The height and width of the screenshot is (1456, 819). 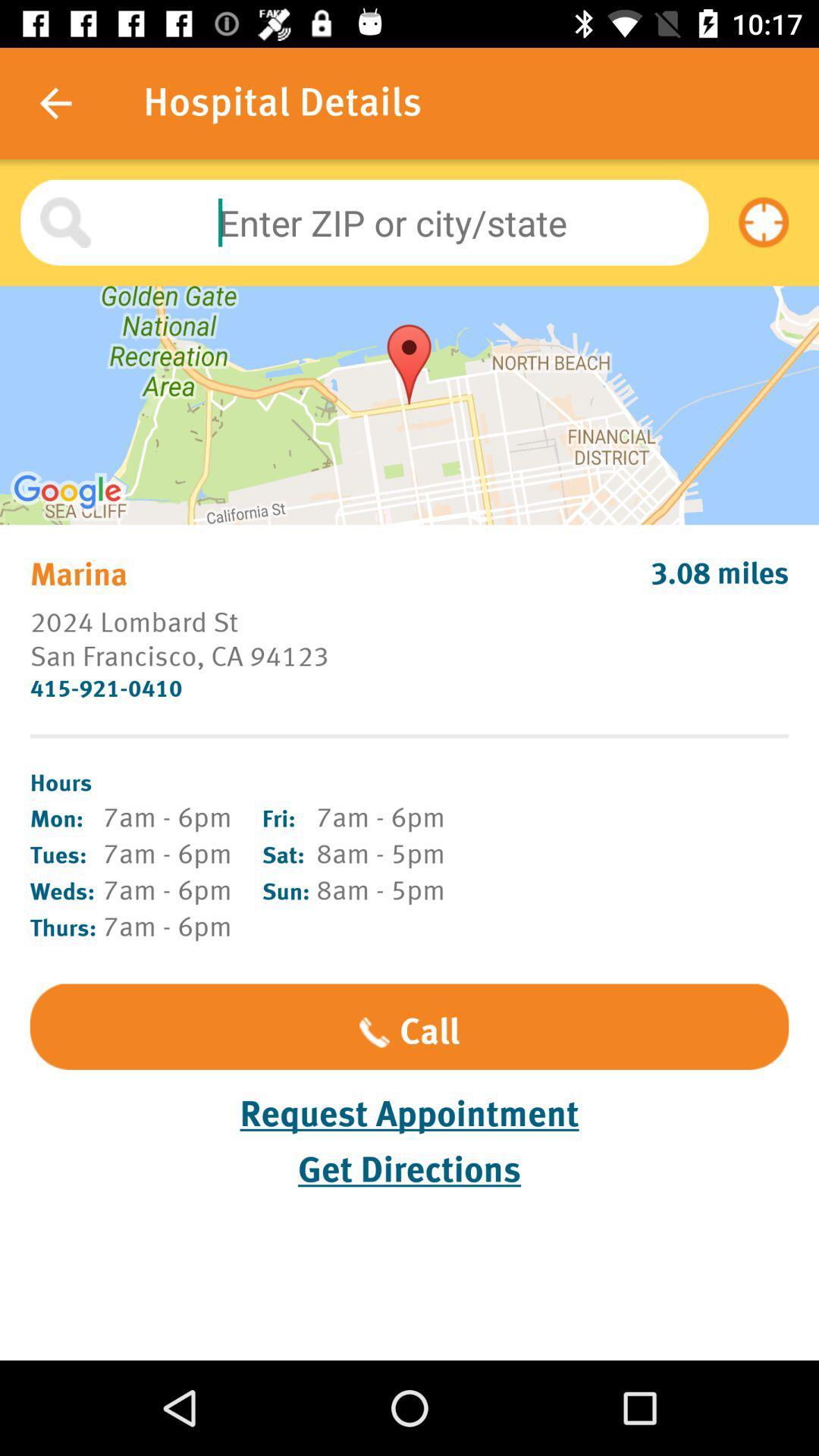 I want to click on zip code, so click(x=364, y=221).